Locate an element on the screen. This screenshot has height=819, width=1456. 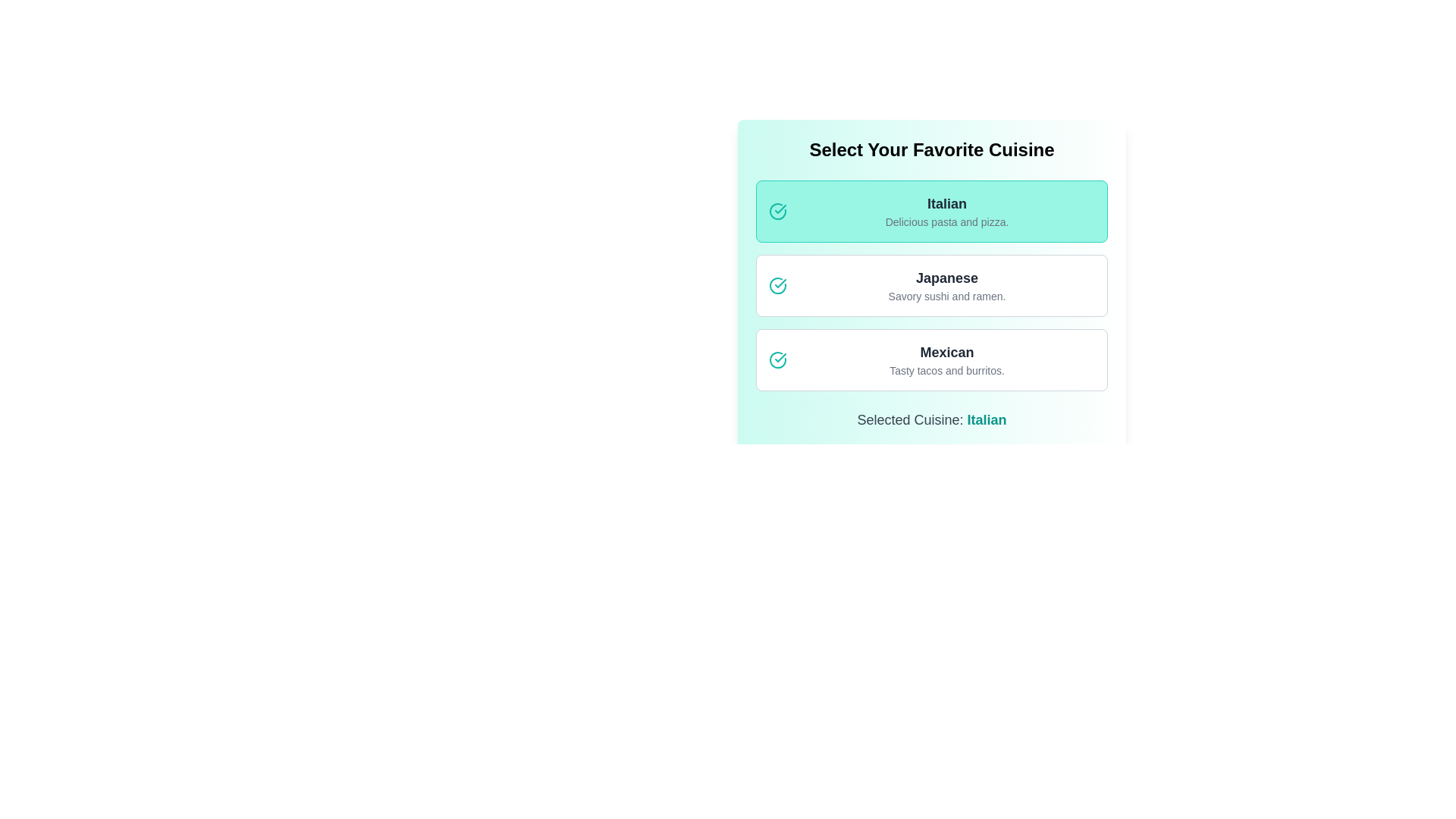
the state of the 'Mexican' selection indicator icon located to the left of the text 'Mexican: Tasty tacos and burritos.' is located at coordinates (778, 359).